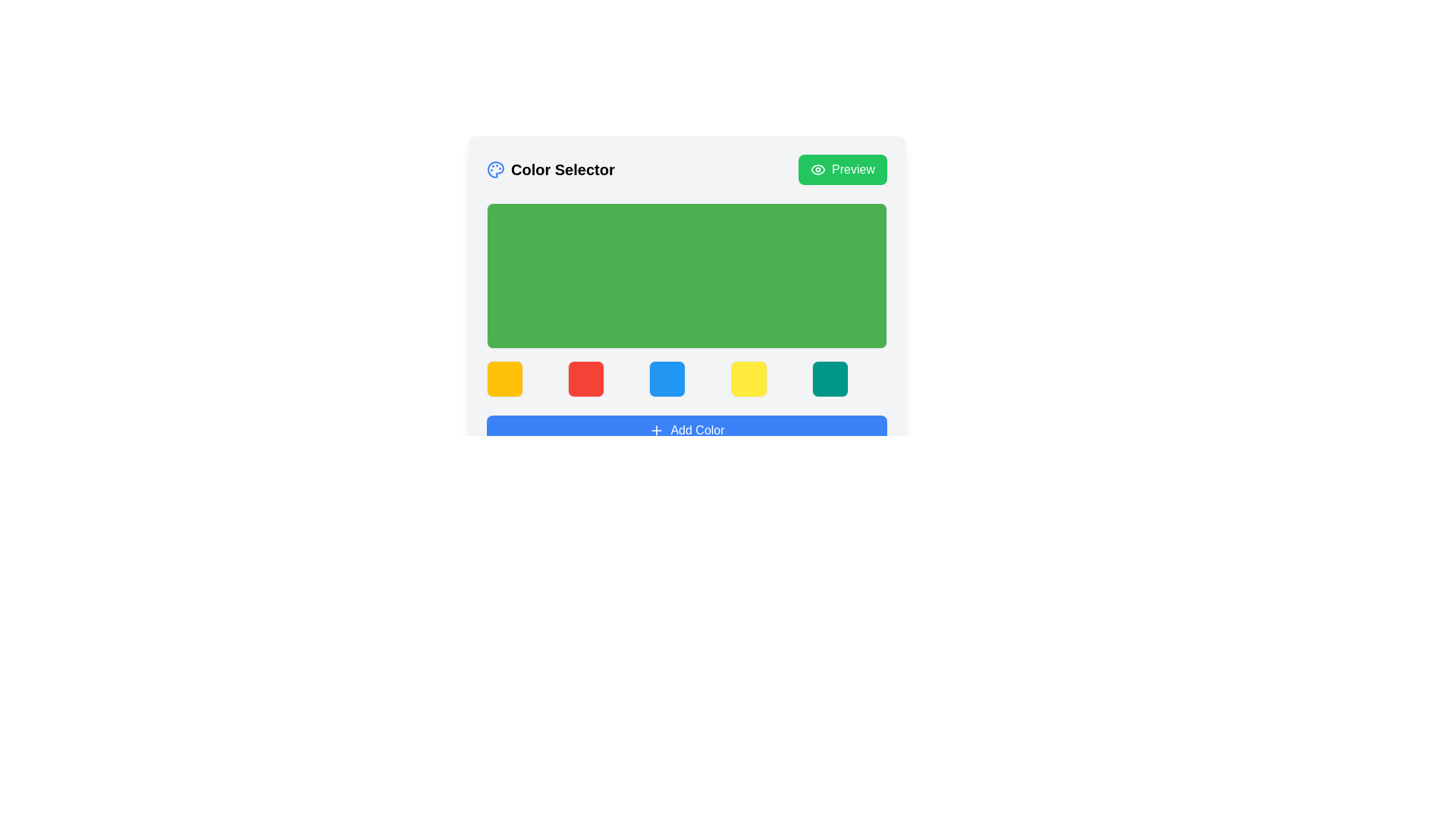 The width and height of the screenshot is (1456, 819). What do you see at coordinates (817, 169) in the screenshot?
I see `the outermost elliptical shape of the 'eye' icon located in the top-right corner of the interface` at bounding box center [817, 169].